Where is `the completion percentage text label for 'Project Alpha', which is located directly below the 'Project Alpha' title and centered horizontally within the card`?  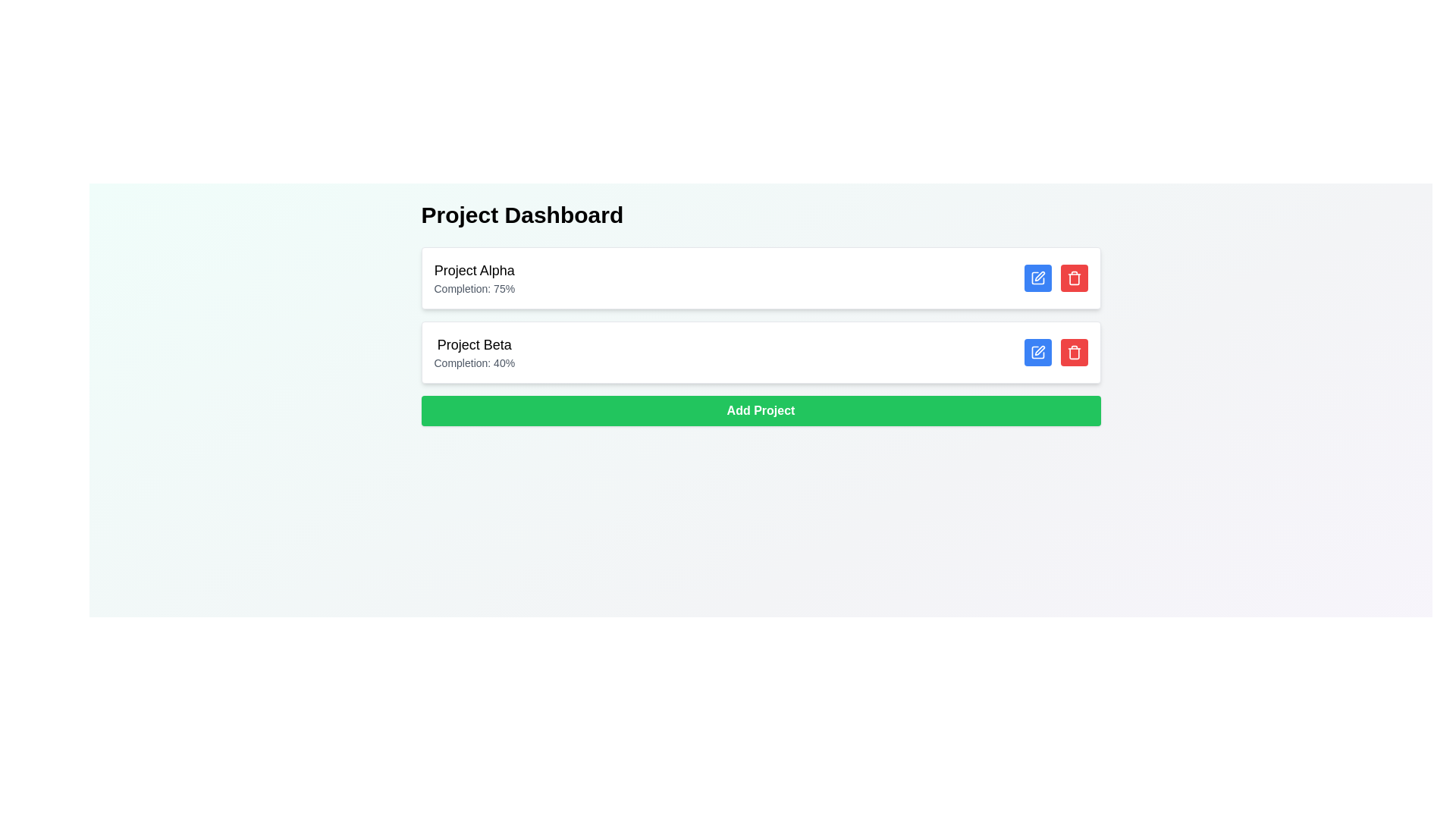
the completion percentage text label for 'Project Alpha', which is located directly below the 'Project Alpha' title and centered horizontally within the card is located at coordinates (473, 289).